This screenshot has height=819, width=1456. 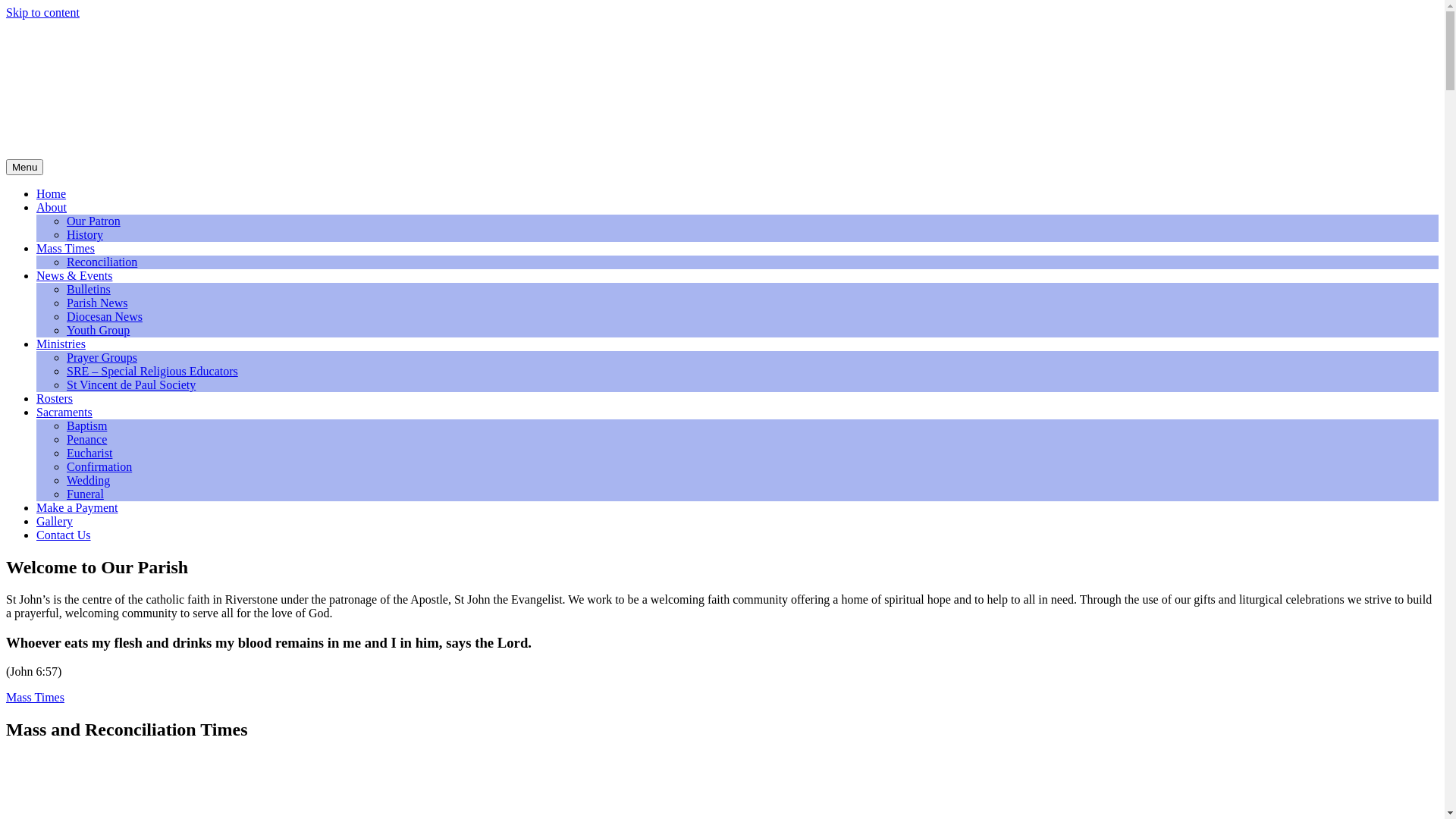 I want to click on 'Youth Group', so click(x=65, y=329).